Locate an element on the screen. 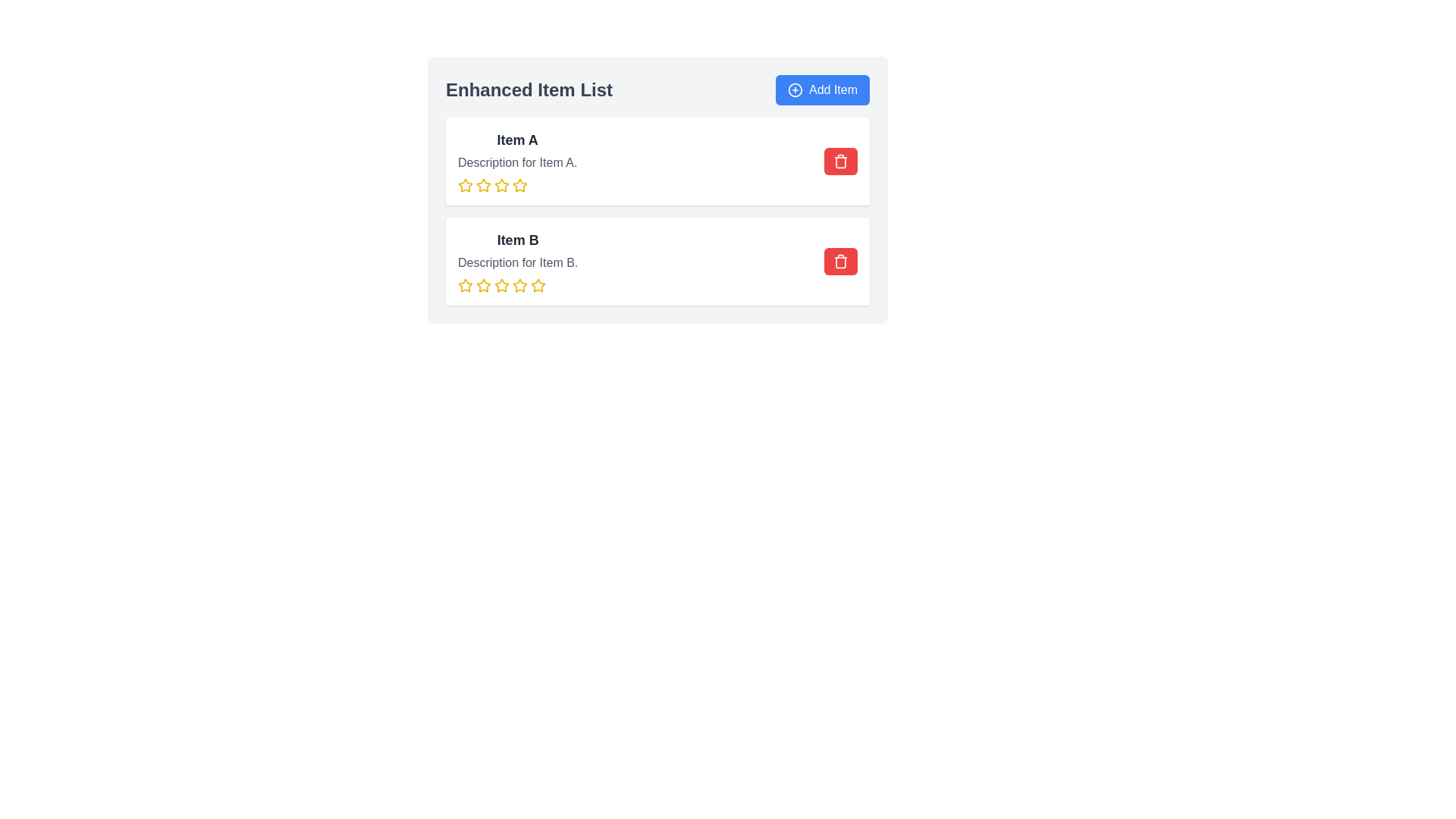 The height and width of the screenshot is (819, 1456). the red trash icon that represents a delete action, located on the right side of the row for 'Item A' in the list of items is located at coordinates (839, 260).